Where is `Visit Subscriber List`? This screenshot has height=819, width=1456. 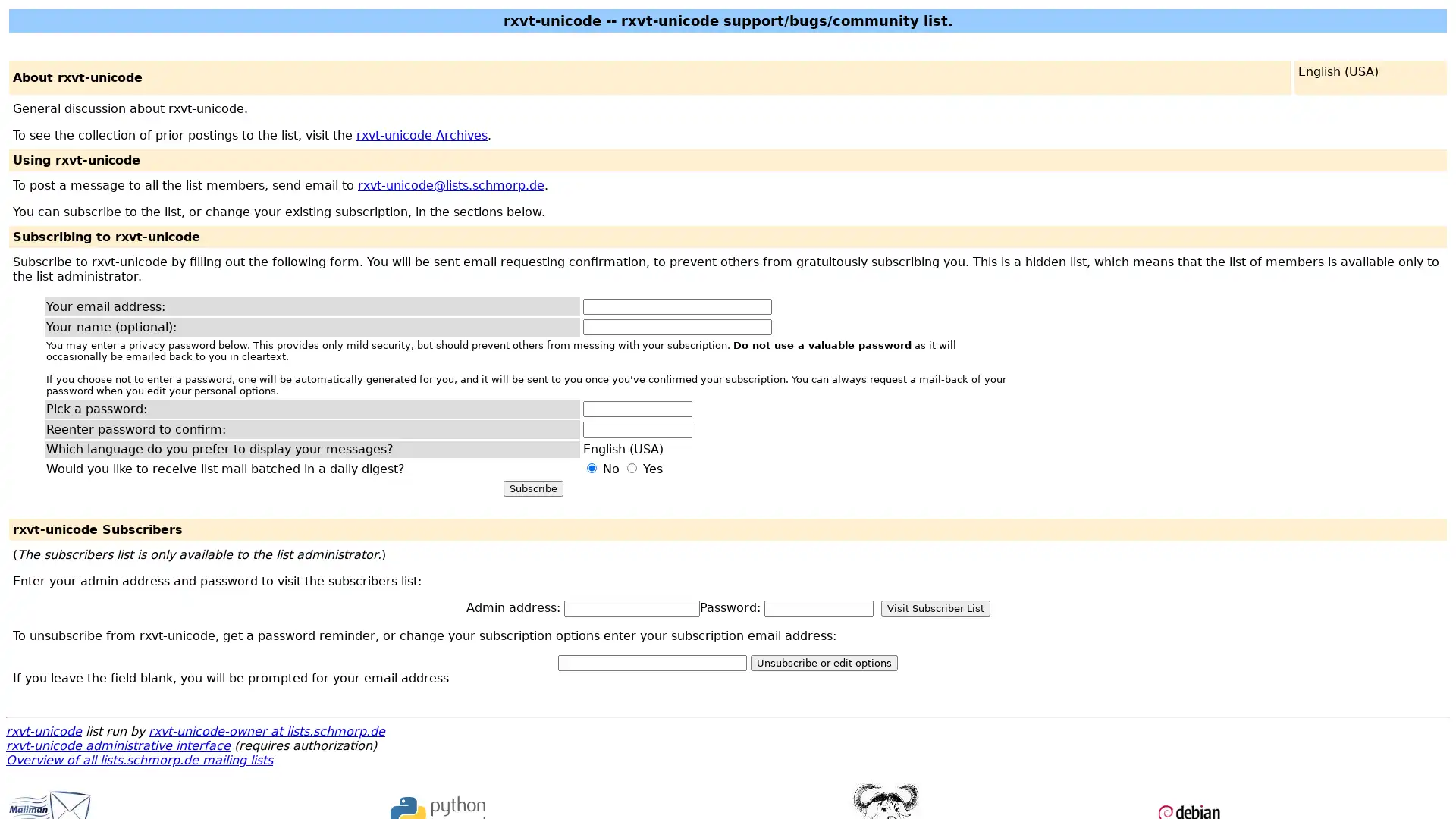 Visit Subscriber List is located at coordinates (934, 607).